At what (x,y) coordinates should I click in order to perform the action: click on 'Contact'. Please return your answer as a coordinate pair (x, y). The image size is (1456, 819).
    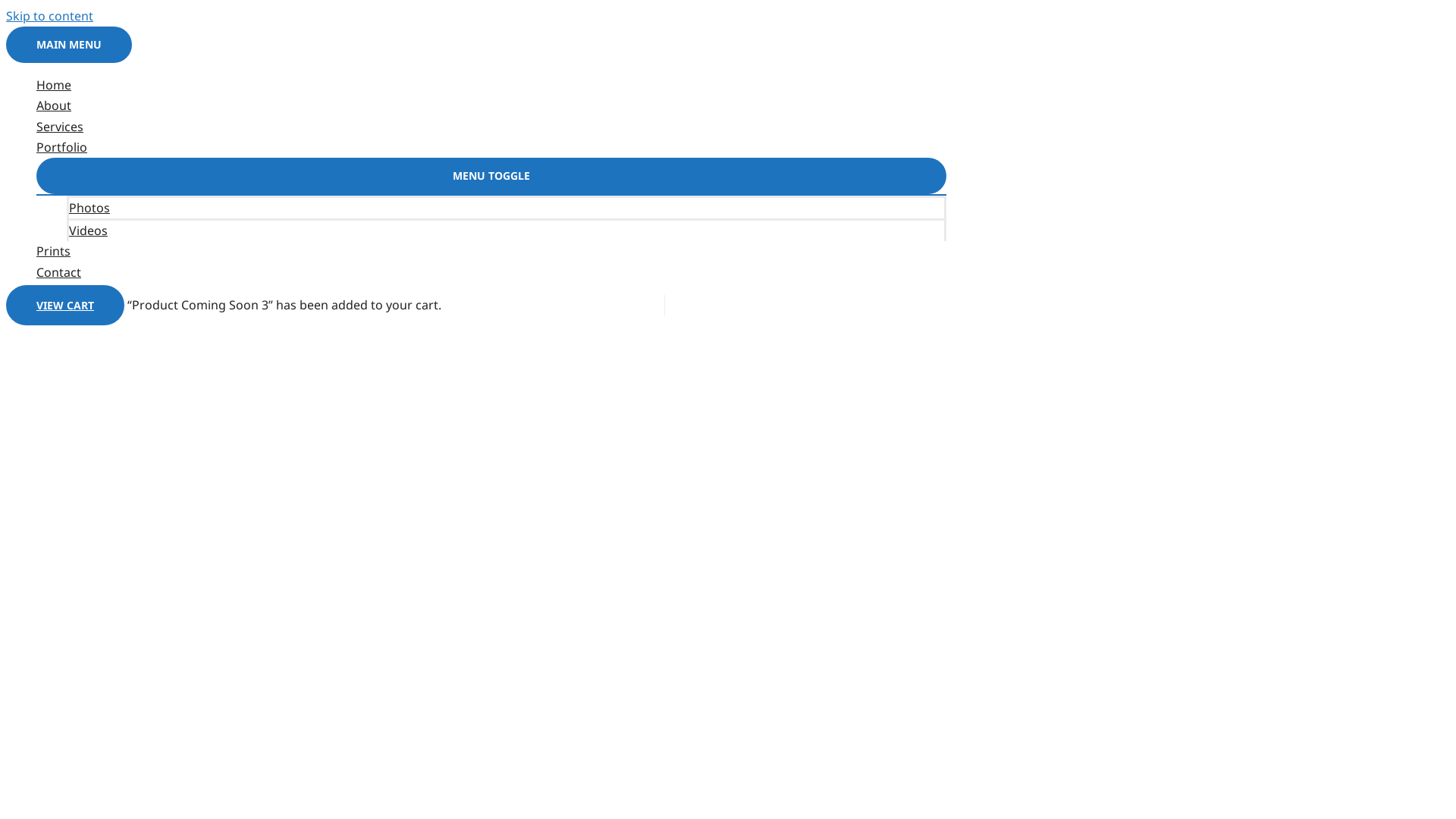
    Looking at the image, I should click on (491, 271).